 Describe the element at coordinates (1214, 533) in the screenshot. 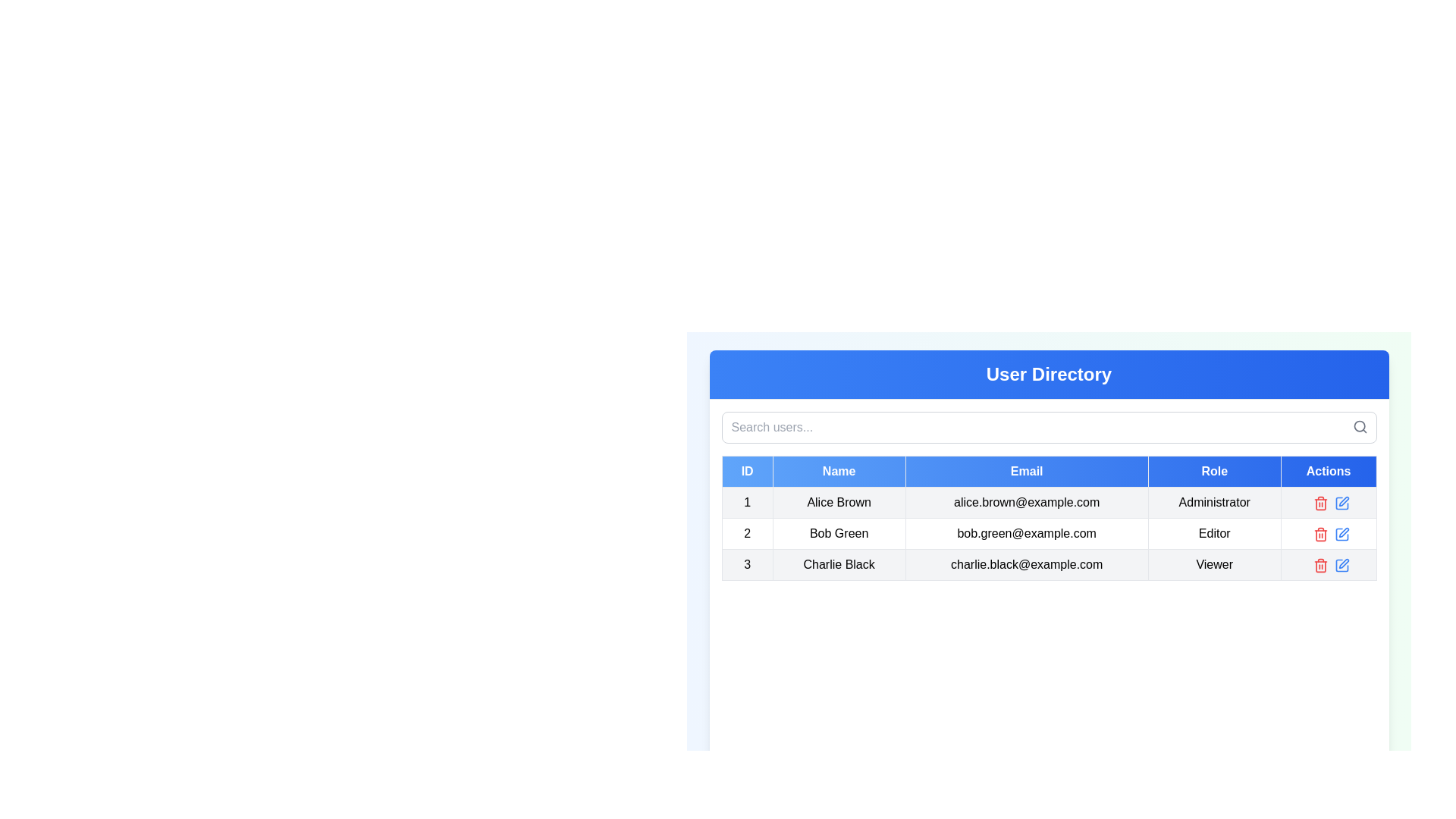

I see `the 'Editor' status label for the user 'Bob Green' located in the 'Role' column of the second row in the directory table` at that location.